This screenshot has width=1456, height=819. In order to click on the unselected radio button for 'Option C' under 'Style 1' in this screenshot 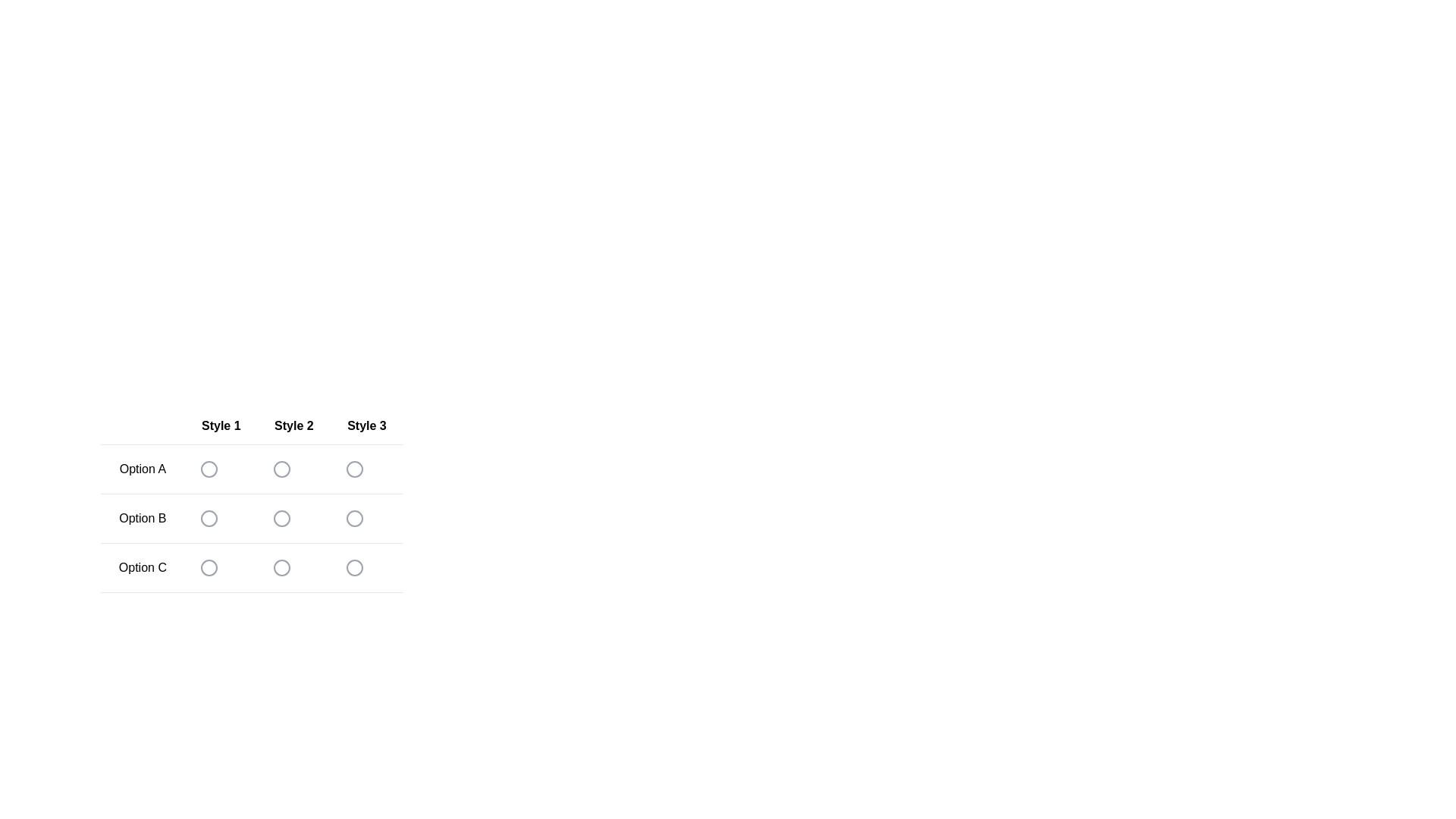, I will do `click(208, 567)`.